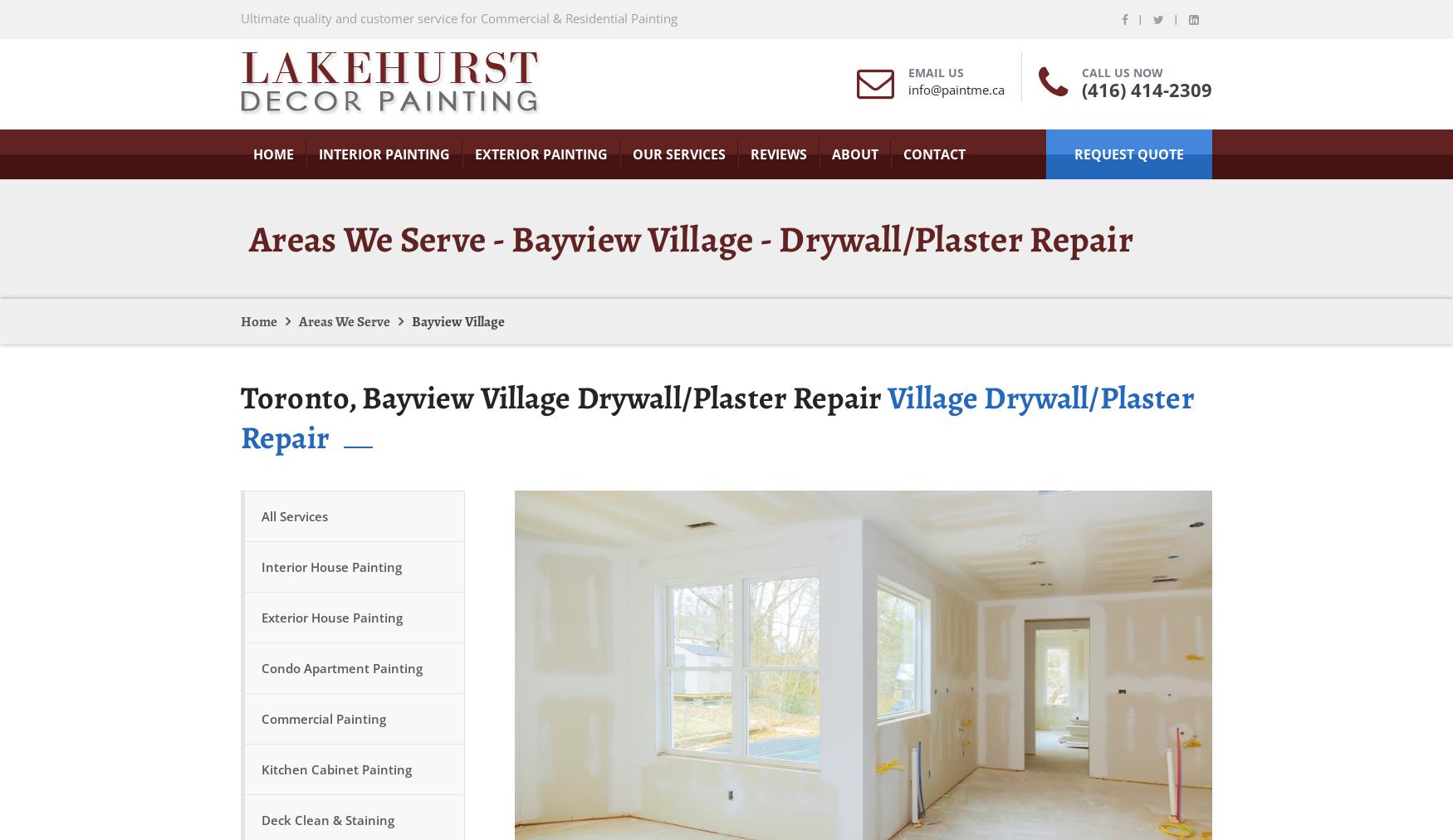 The height and width of the screenshot is (840, 1453). Describe the element at coordinates (475, 154) in the screenshot. I see `'Exterior Painting'` at that location.